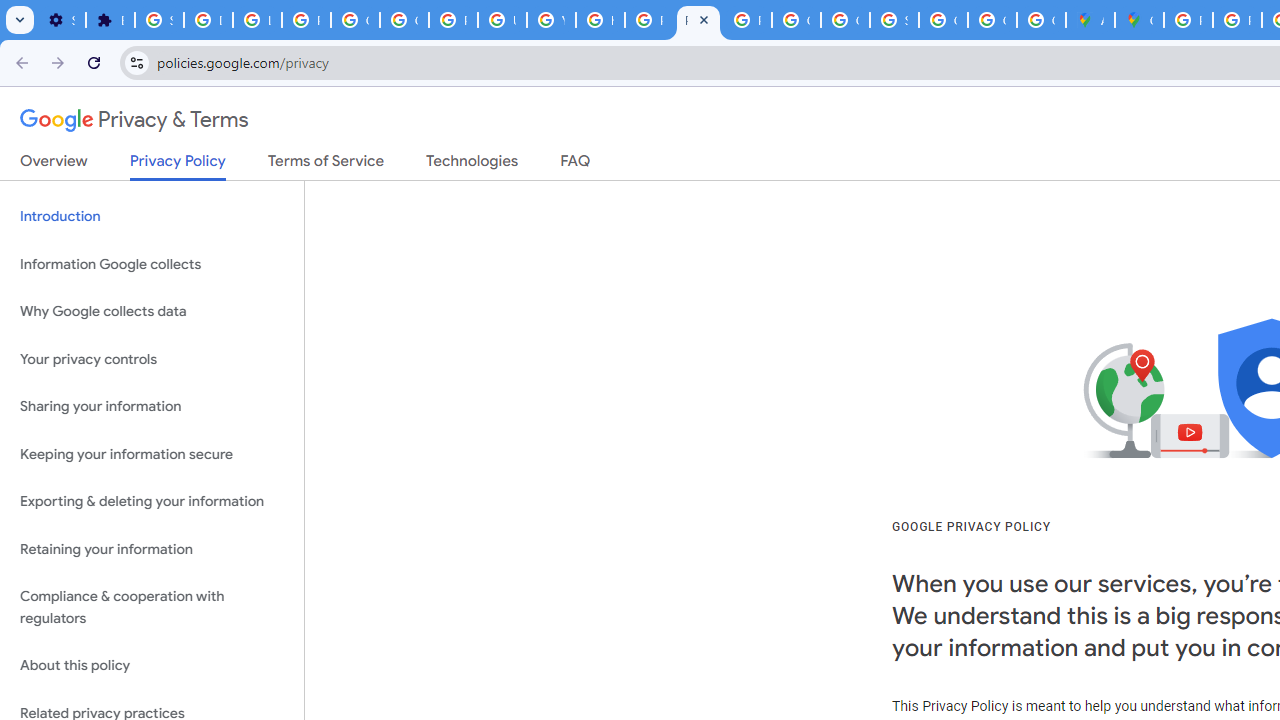 This screenshot has width=1280, height=720. Describe the element at coordinates (403, 20) in the screenshot. I see `'Google Account Help'` at that location.